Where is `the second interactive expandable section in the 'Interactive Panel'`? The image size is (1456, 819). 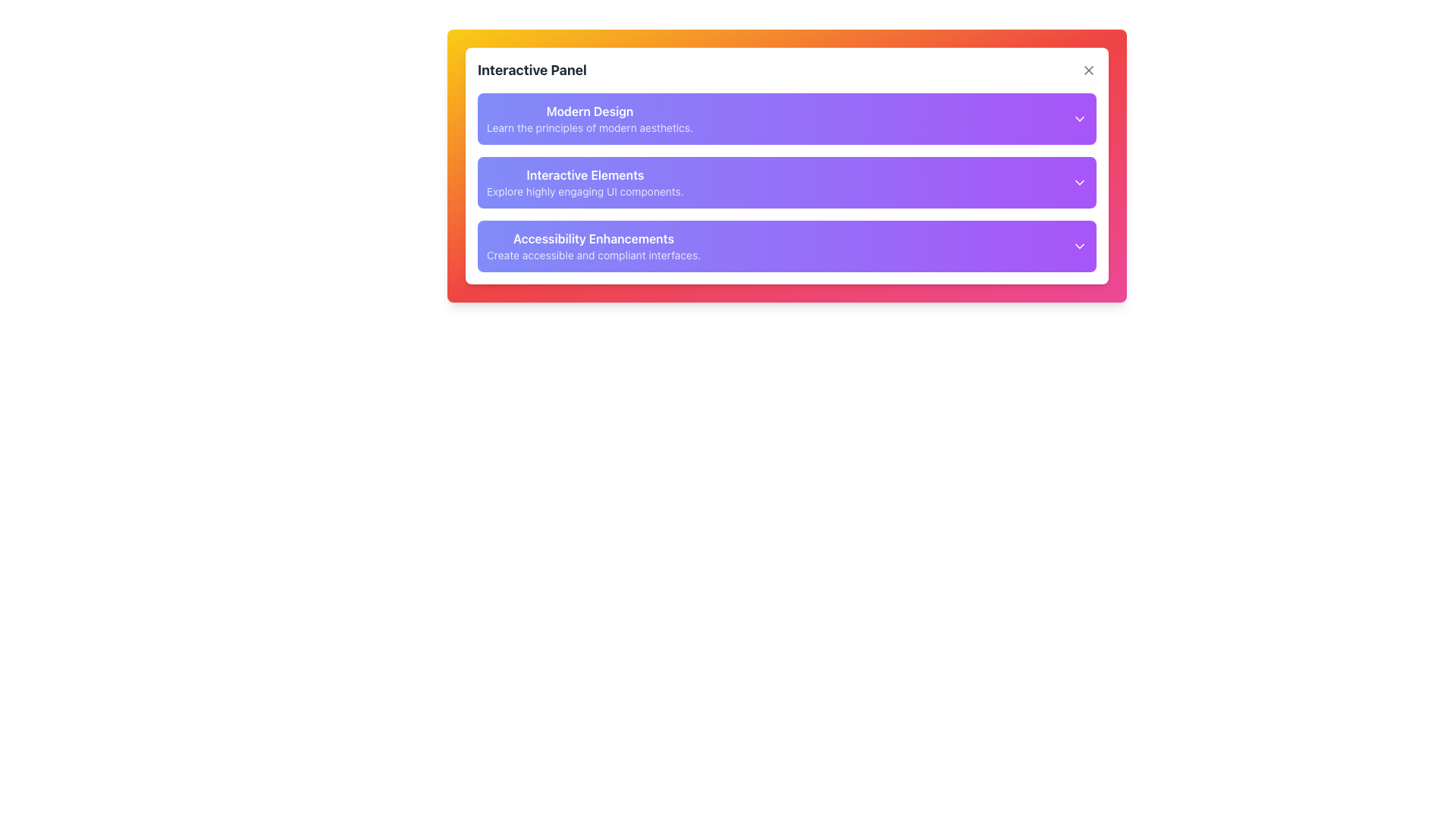 the second interactive expandable section in the 'Interactive Panel' is located at coordinates (786, 181).